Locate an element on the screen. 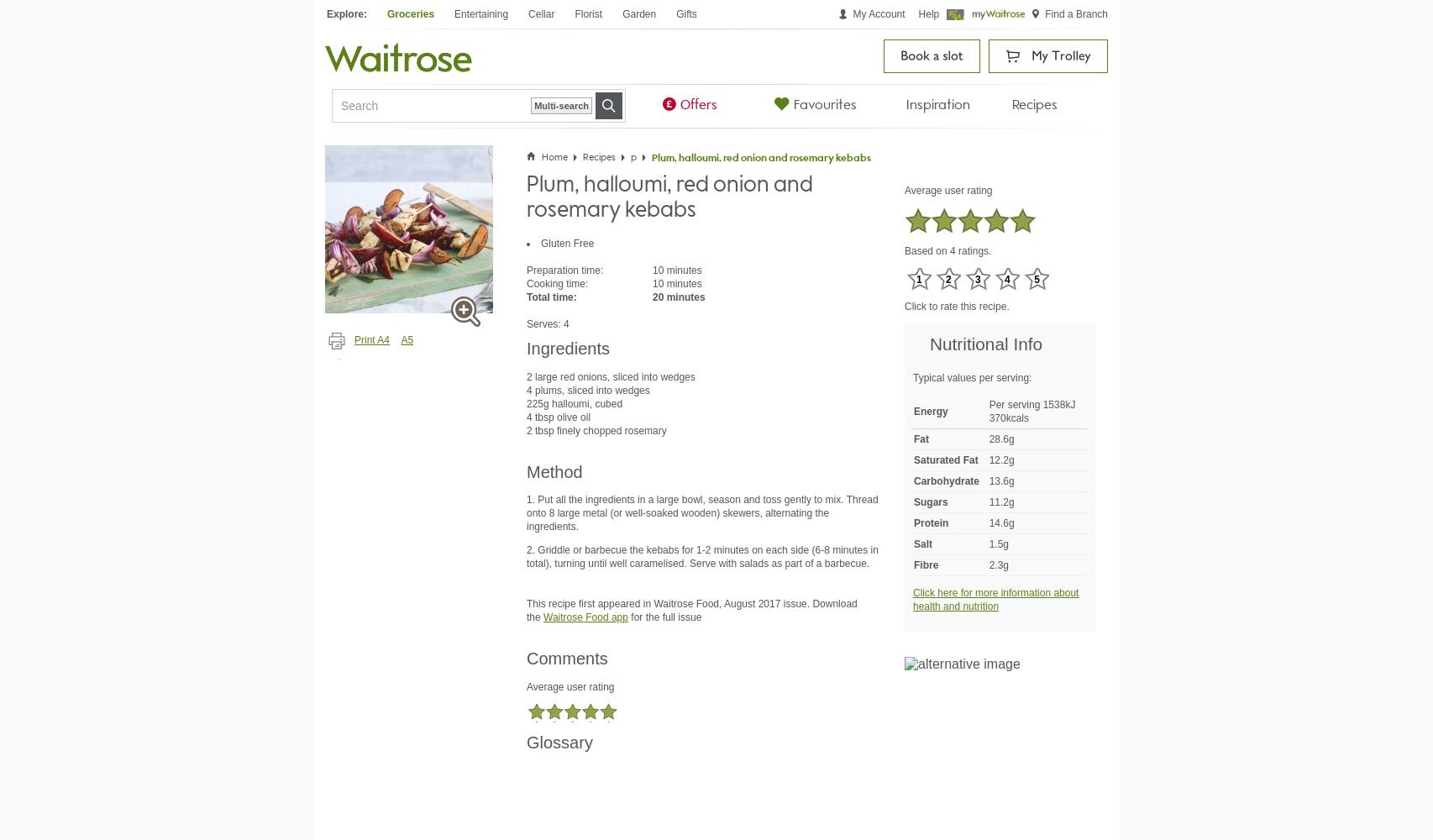 Image resolution: width=1433 pixels, height=840 pixels. 'This recipe first appeared in Waitrose Food, August 2017 issue. Download the' is located at coordinates (690, 610).